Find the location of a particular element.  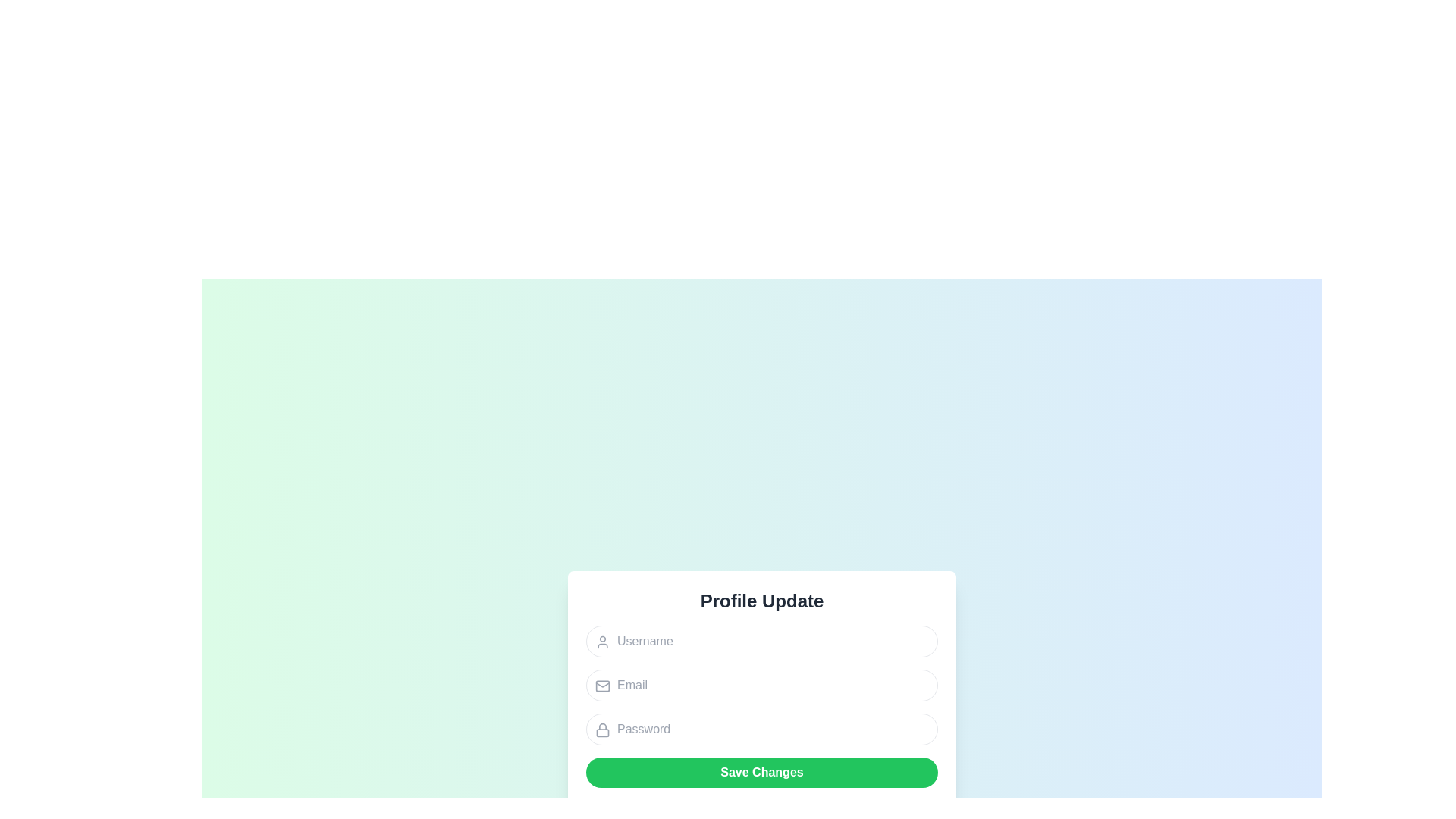

the visual icon part (rectangular shape within a lock icon) located adjacent to the 'Password' input field under the 'Profile Update' heading is located at coordinates (602, 732).